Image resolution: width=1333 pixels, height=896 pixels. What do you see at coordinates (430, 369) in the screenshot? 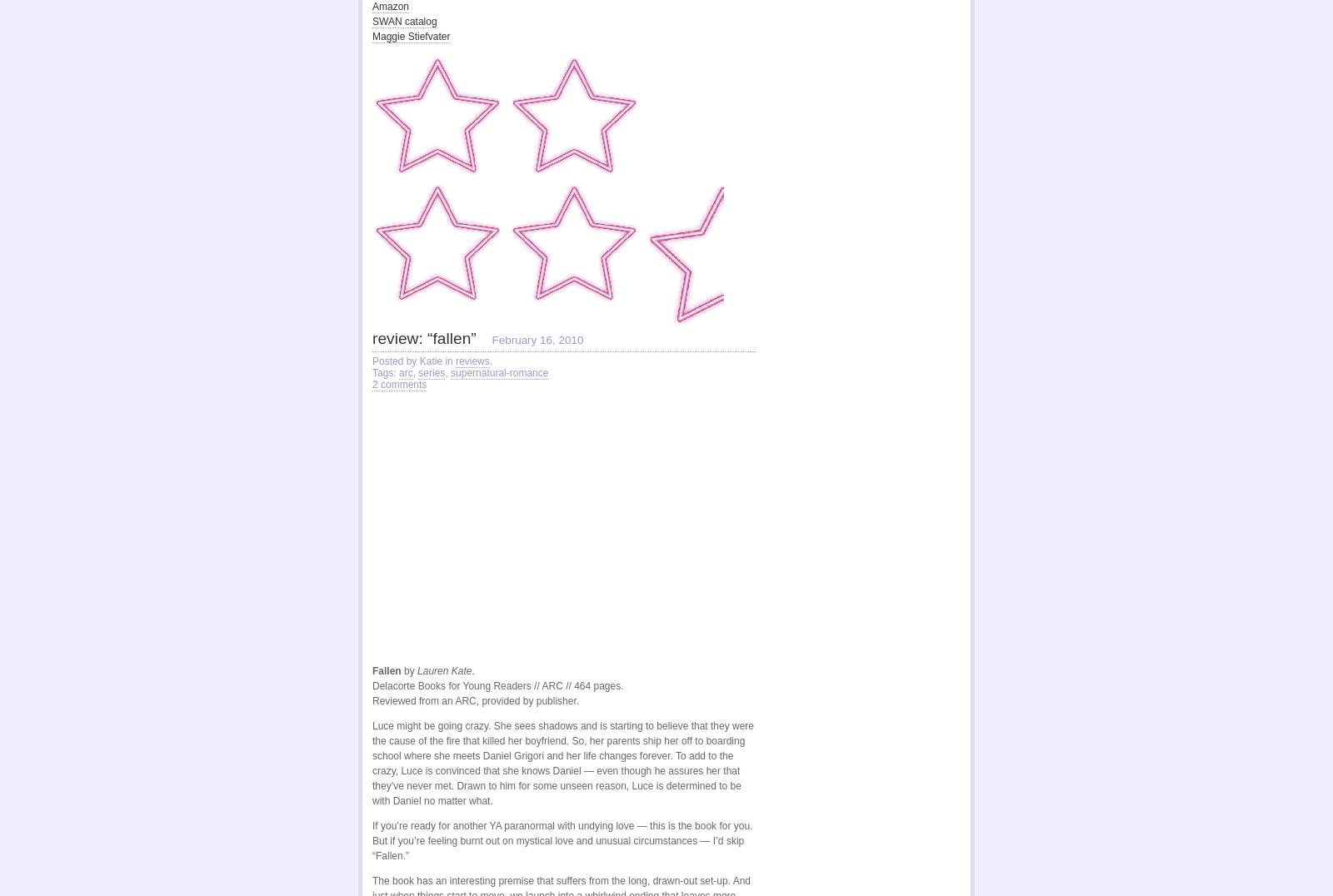
I see `'series'` at bounding box center [430, 369].